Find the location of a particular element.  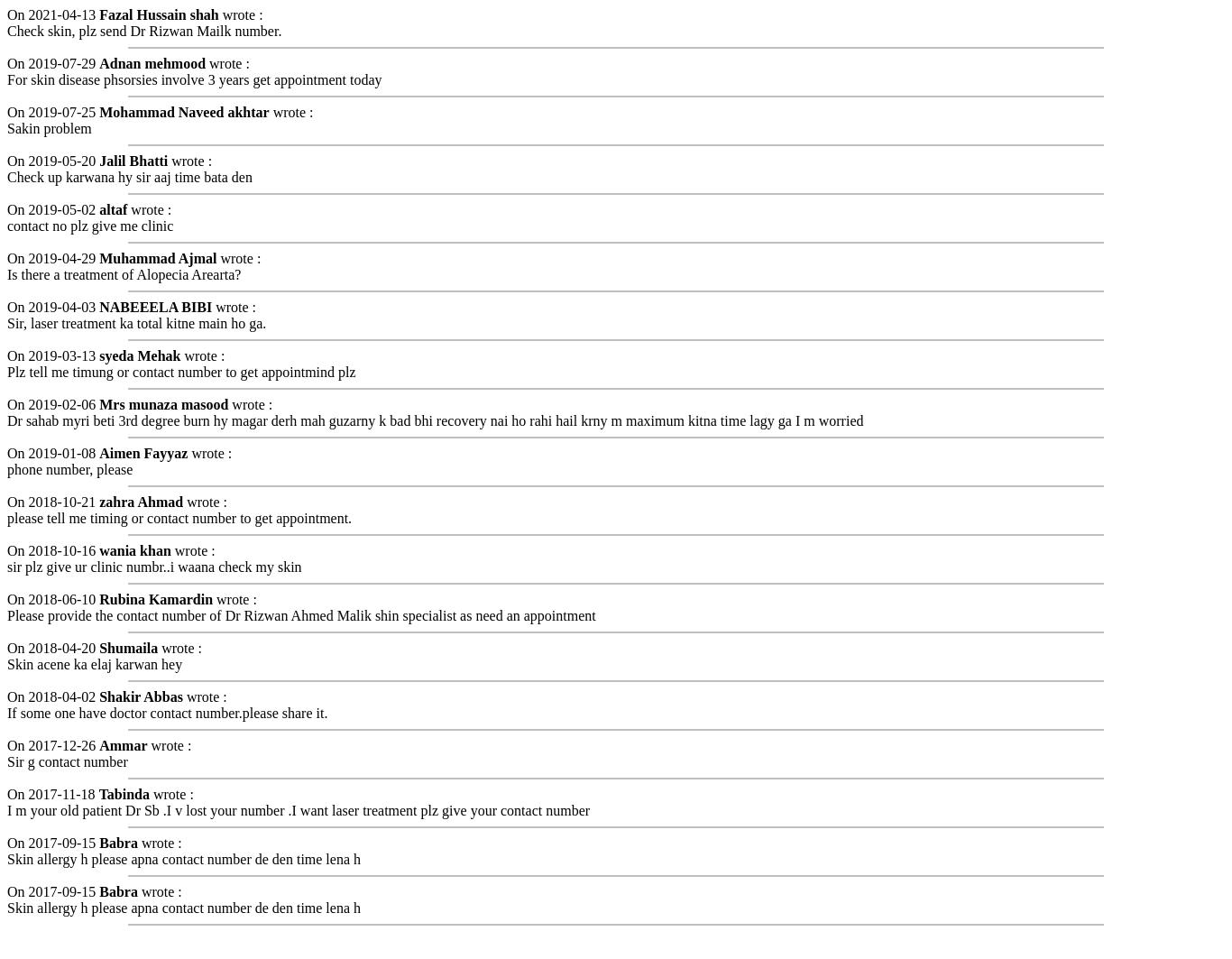

'Please provide the contact number of Dr Rizwan Ahmed Malik shin specialist as need an appointment' is located at coordinates (300, 613).